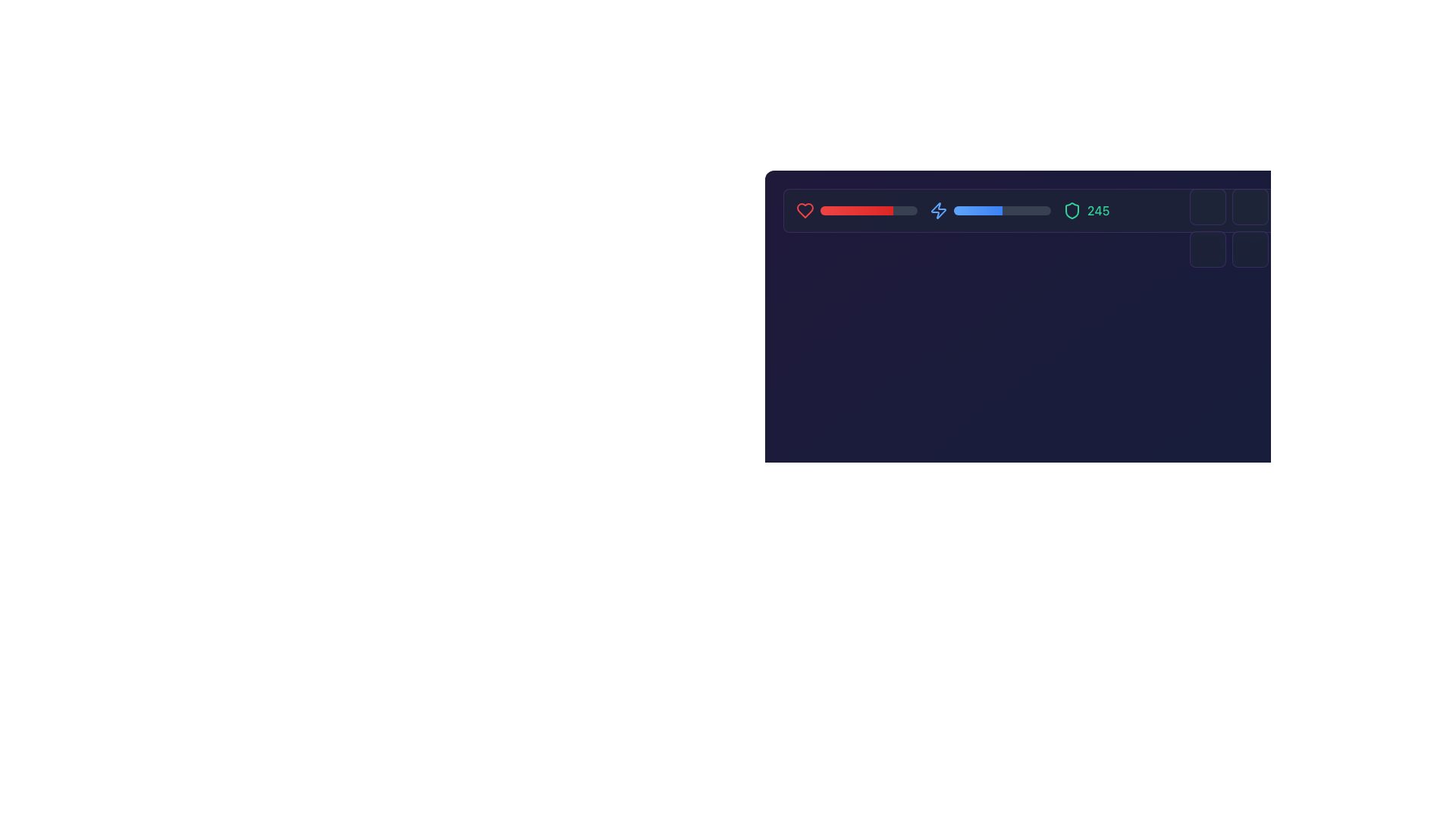  What do you see at coordinates (804, 210) in the screenshot?
I see `the heart icon located at the far left of the top-right corner grouping` at bounding box center [804, 210].